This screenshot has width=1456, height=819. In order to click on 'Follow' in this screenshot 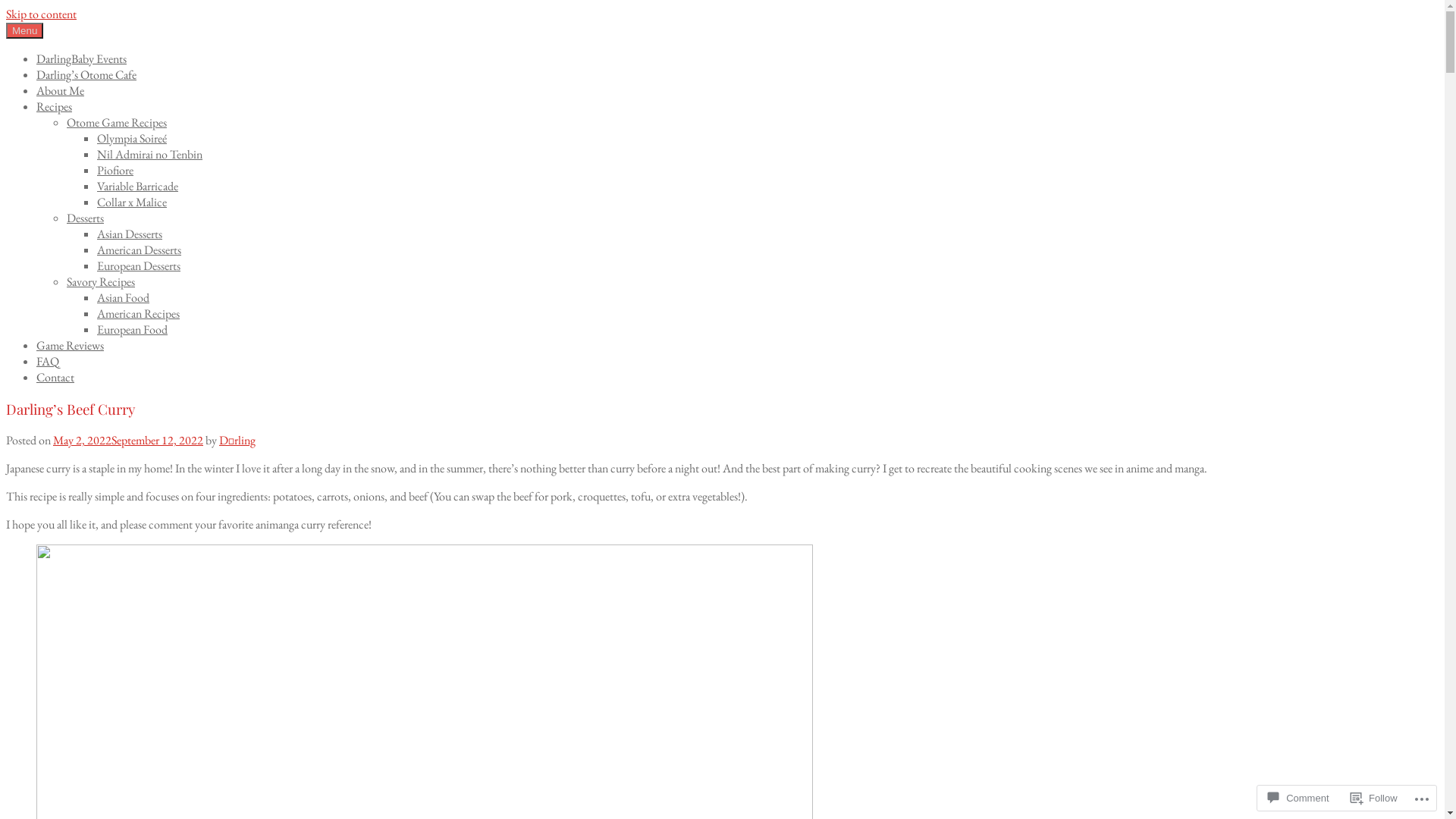, I will do `click(1344, 797)`.